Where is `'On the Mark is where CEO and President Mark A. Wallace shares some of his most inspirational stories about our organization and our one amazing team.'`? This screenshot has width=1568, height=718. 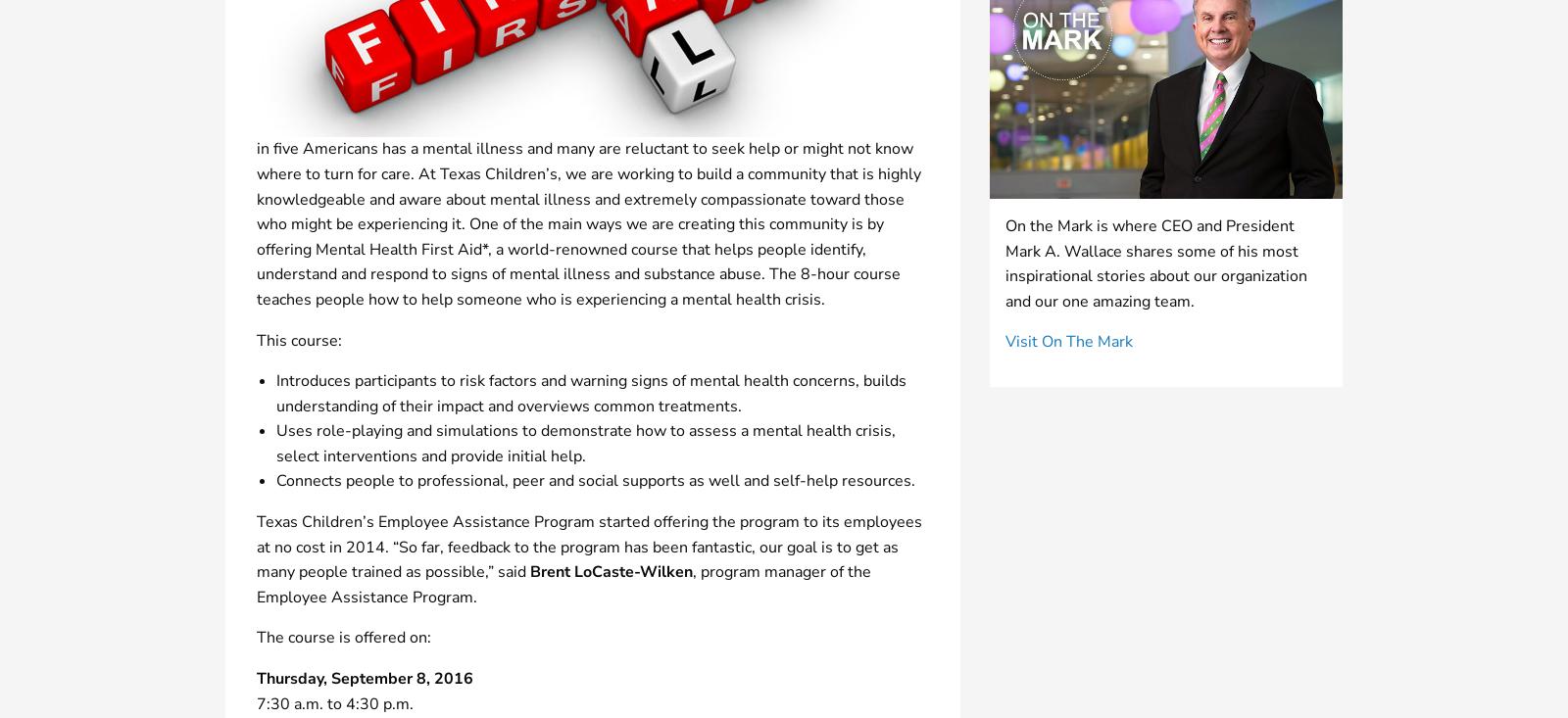 'On the Mark is where CEO and President Mark A. Wallace shares some of his most inspirational stories about our organization and our one amazing team.' is located at coordinates (1156, 263).